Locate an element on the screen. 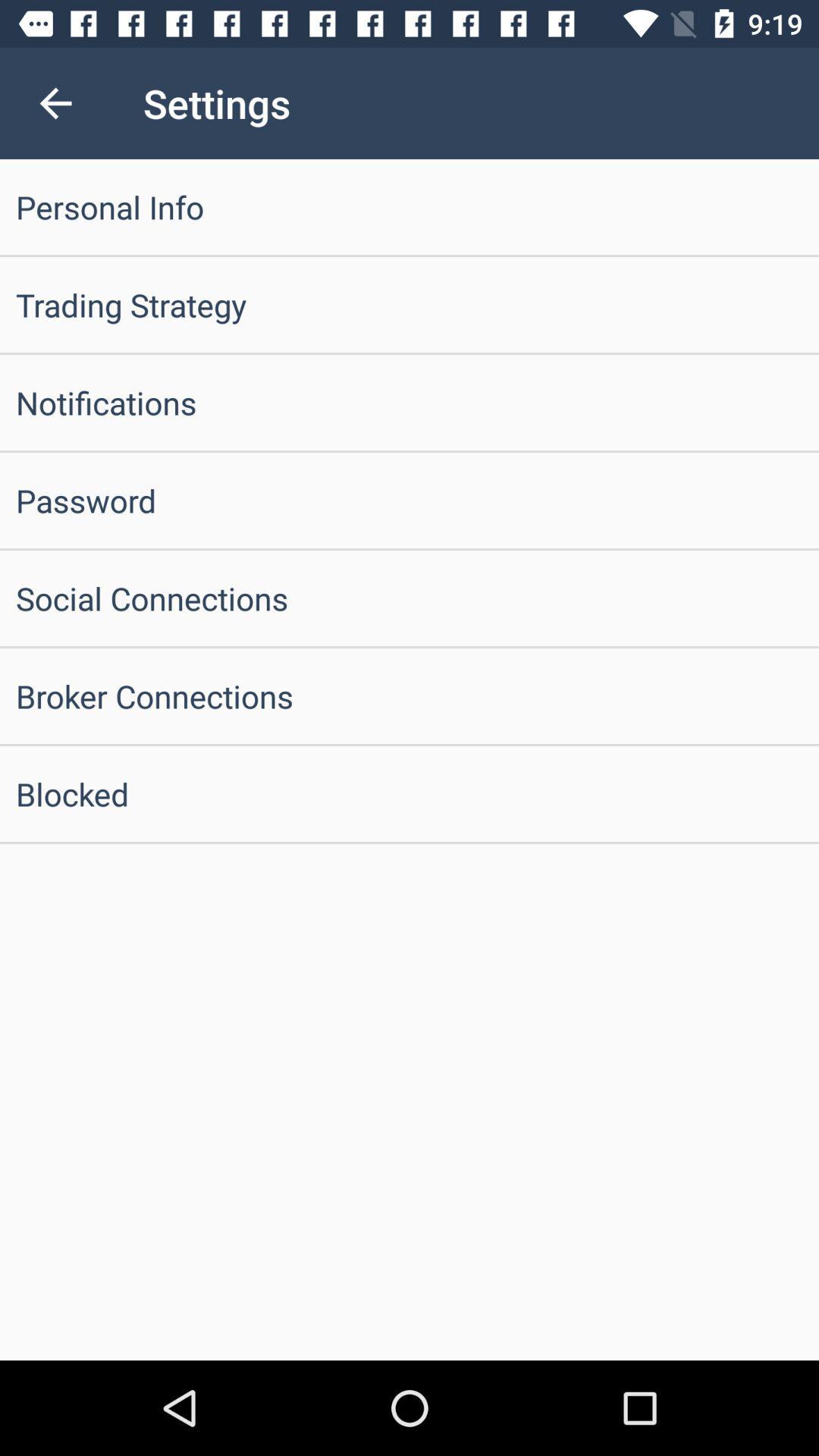 The image size is (819, 1456). item above trading strategy icon is located at coordinates (409, 206).